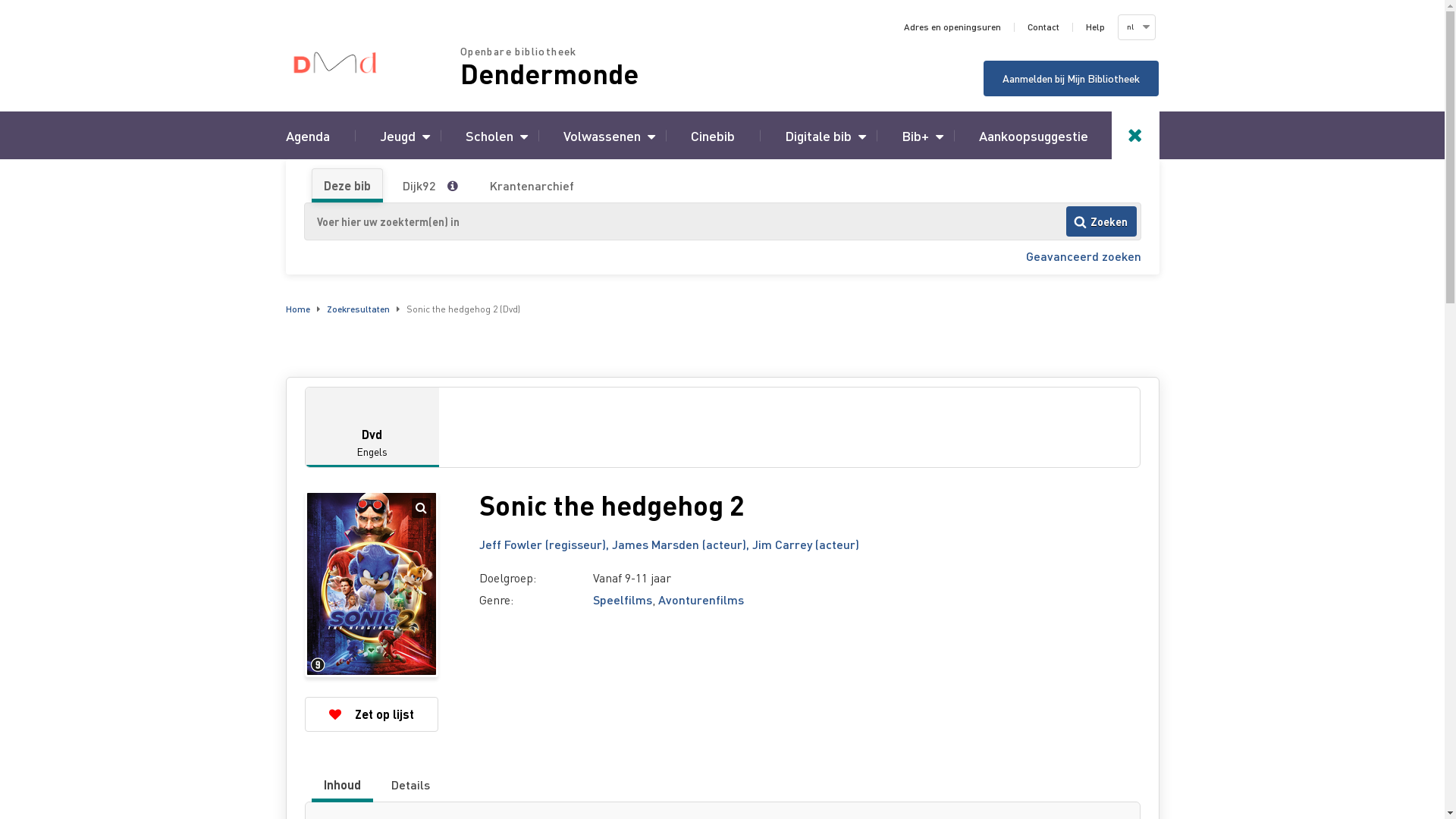  What do you see at coordinates (297, 308) in the screenshot?
I see `'Home'` at bounding box center [297, 308].